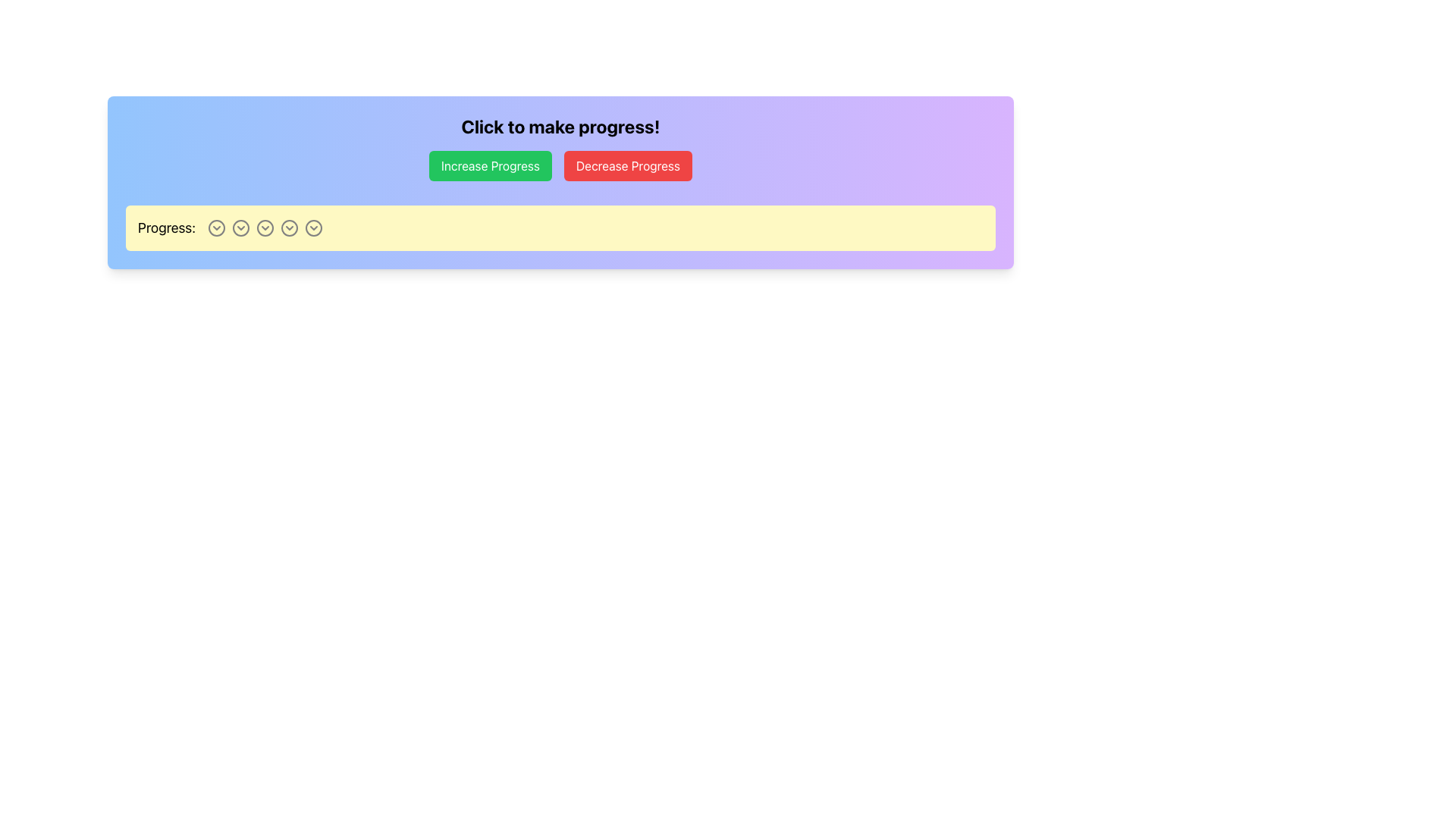 The width and height of the screenshot is (1456, 819). What do you see at coordinates (628, 166) in the screenshot?
I see `the button that decreases progress, located to the right of the 'Increase Progress' button, to trigger a visual effect` at bounding box center [628, 166].